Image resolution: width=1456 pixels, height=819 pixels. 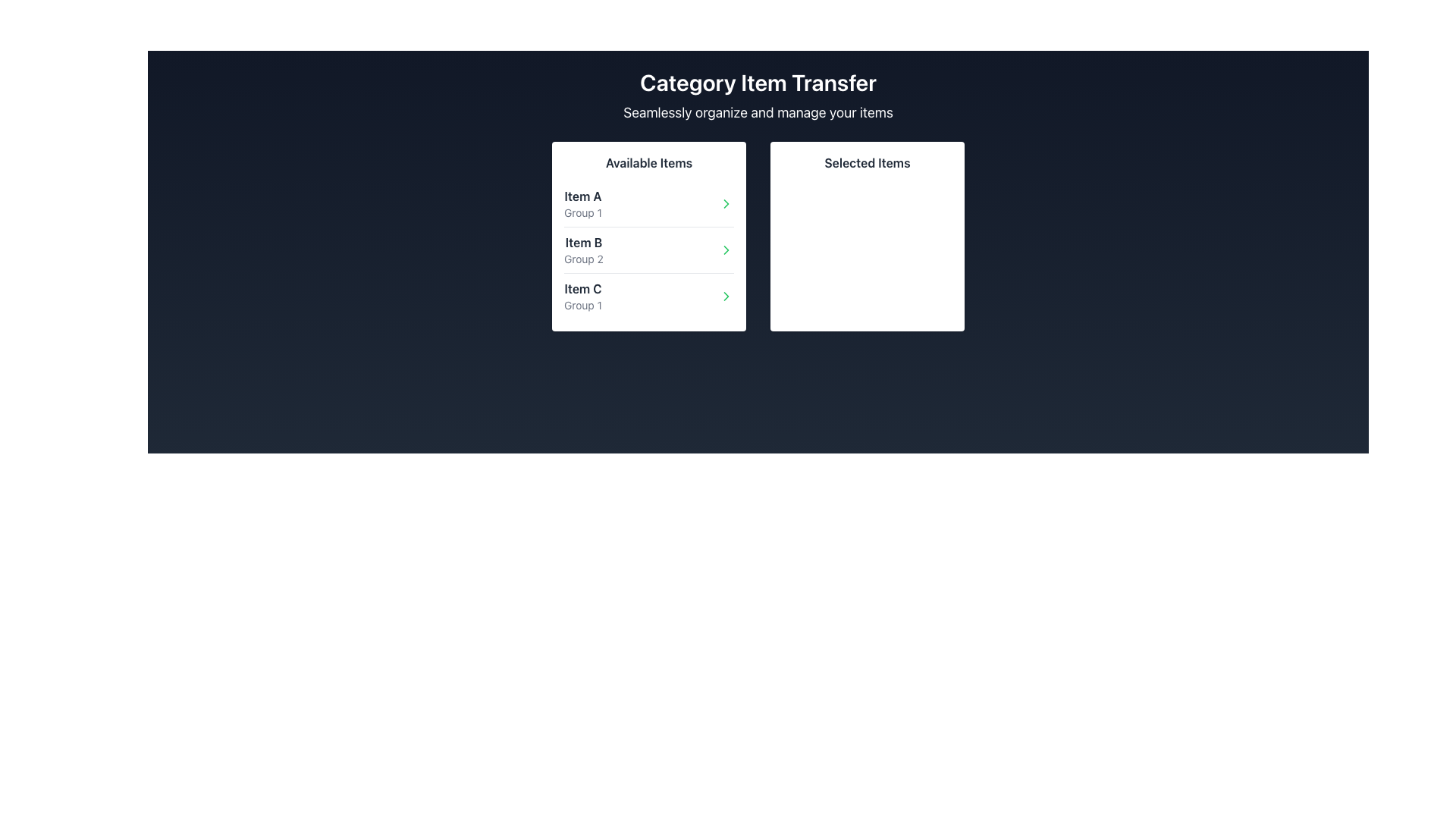 I want to click on the bolded text label 'Item A' located in the 'Available Items' section, which is the first item in the list, so click(x=582, y=195).